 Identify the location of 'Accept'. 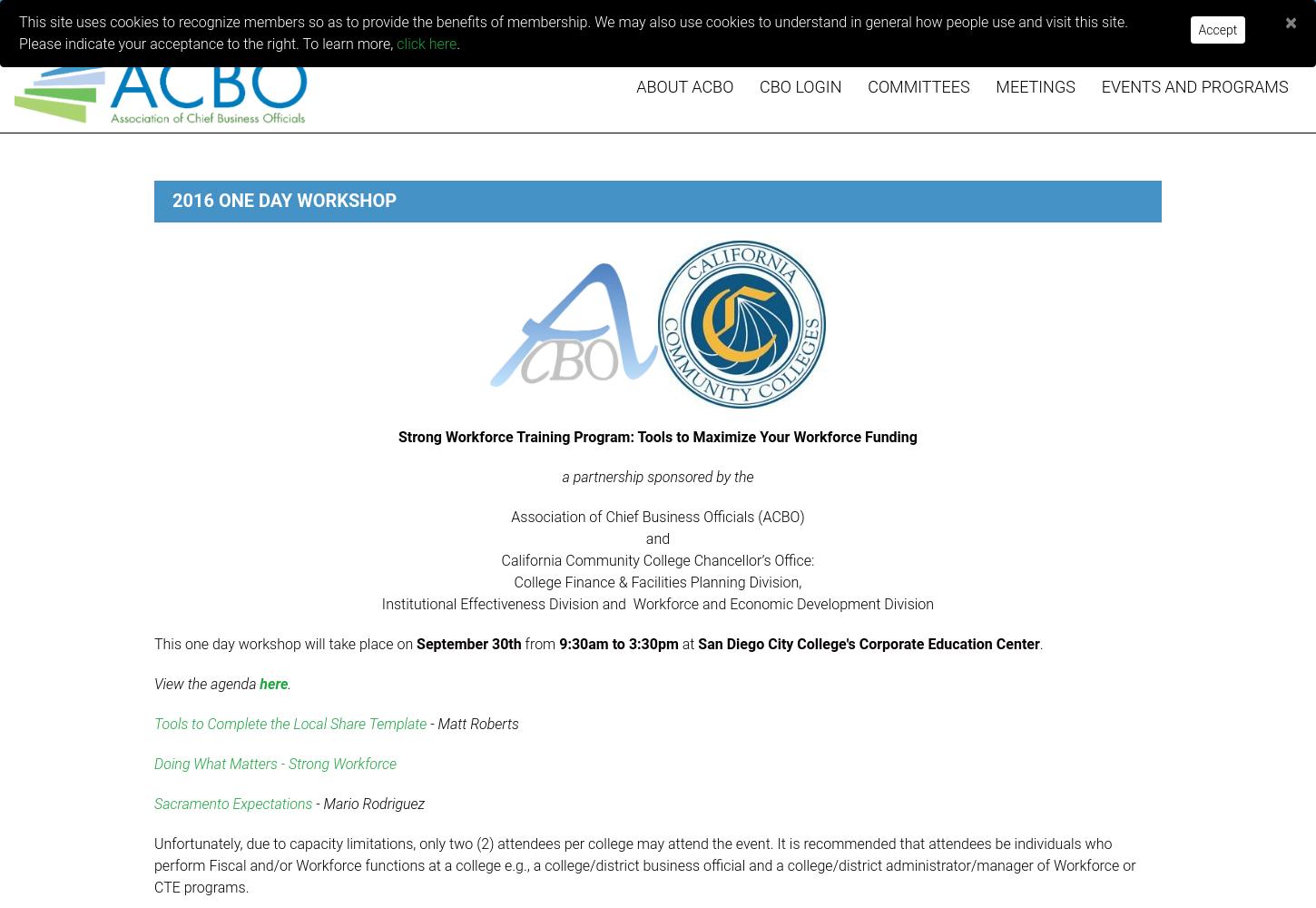
(1216, 30).